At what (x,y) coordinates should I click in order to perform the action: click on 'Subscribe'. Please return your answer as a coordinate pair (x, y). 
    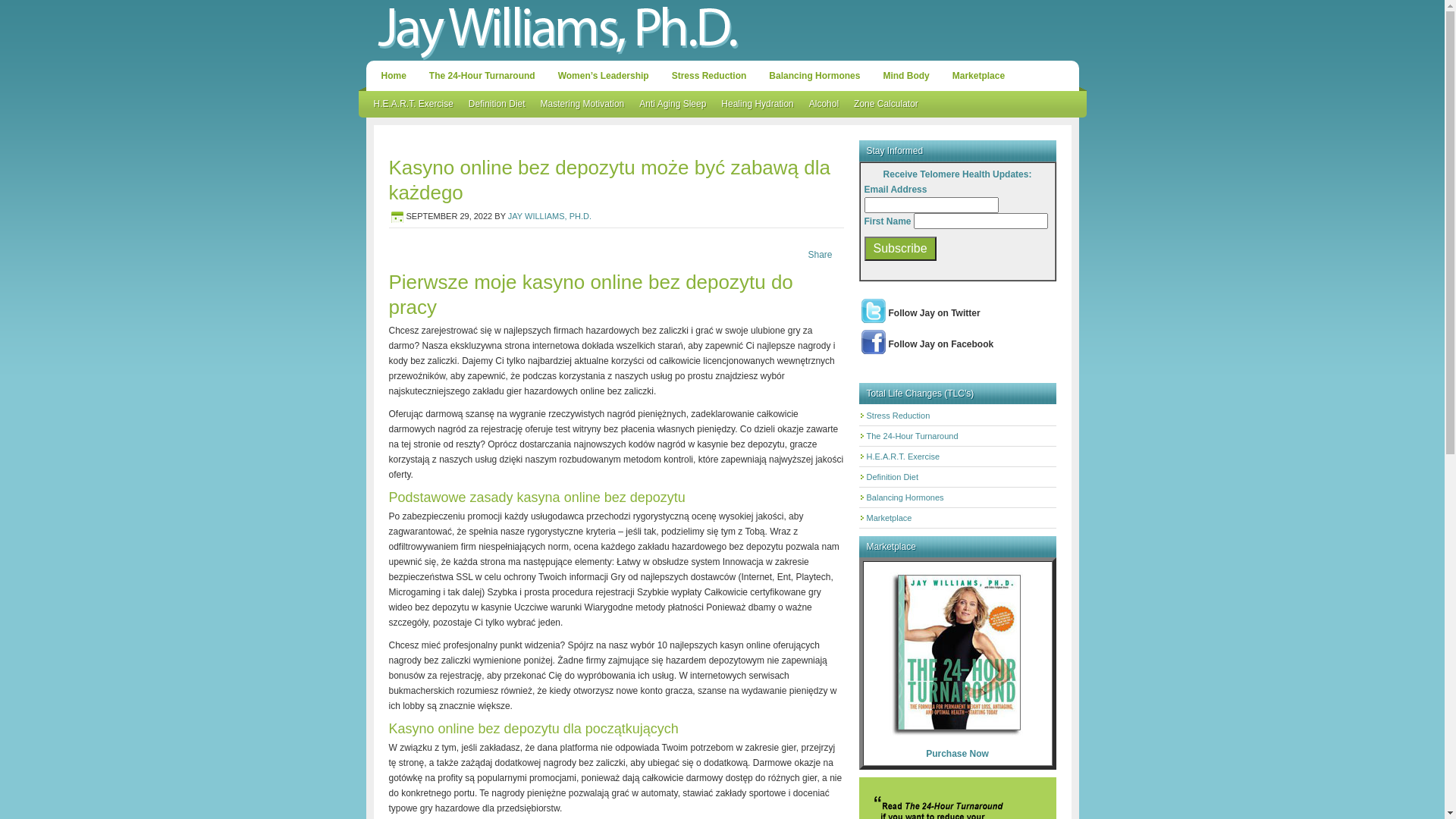
    Looking at the image, I should click on (900, 247).